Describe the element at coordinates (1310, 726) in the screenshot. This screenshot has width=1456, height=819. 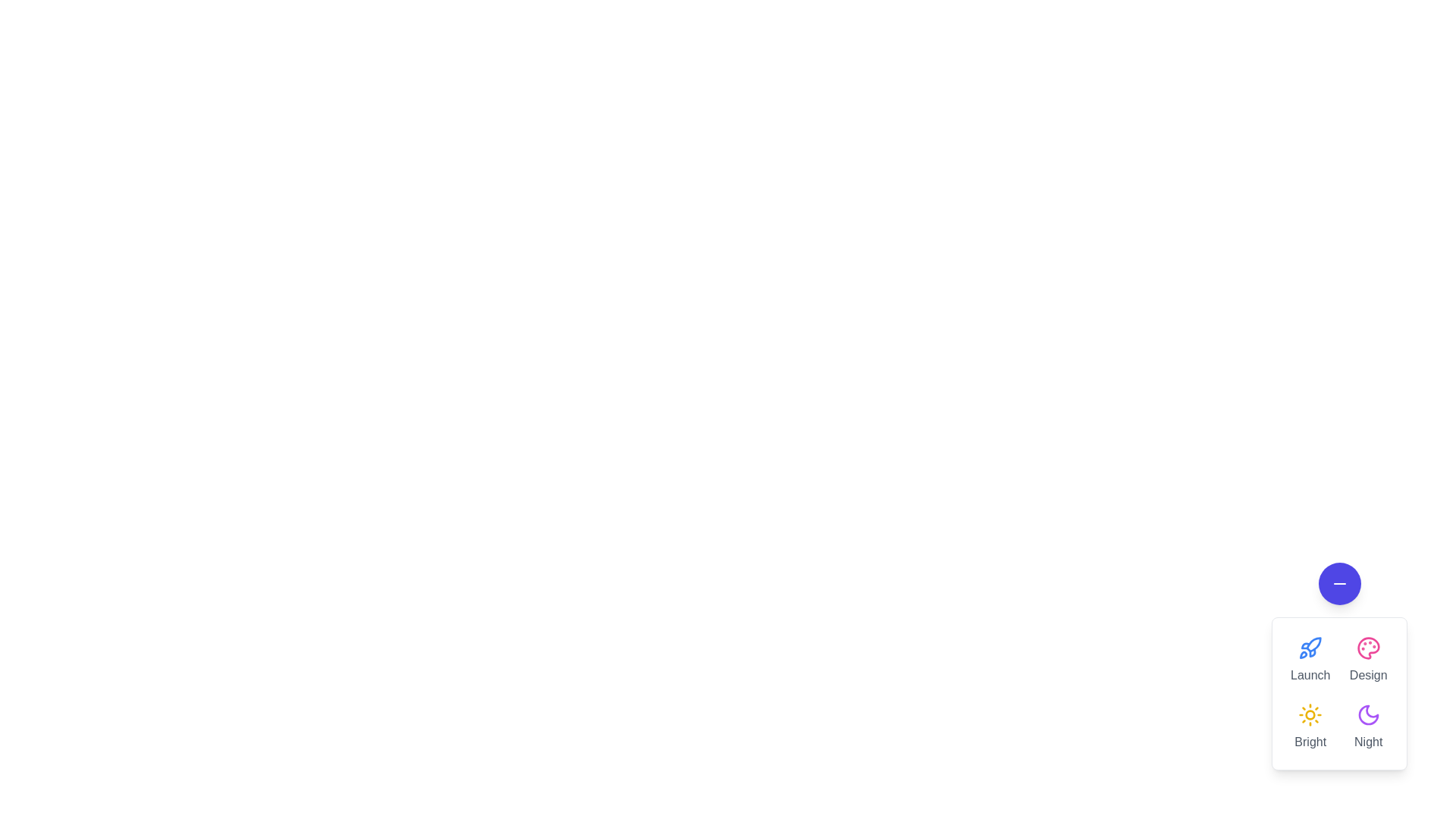
I see `the 'Bright' action button` at that location.